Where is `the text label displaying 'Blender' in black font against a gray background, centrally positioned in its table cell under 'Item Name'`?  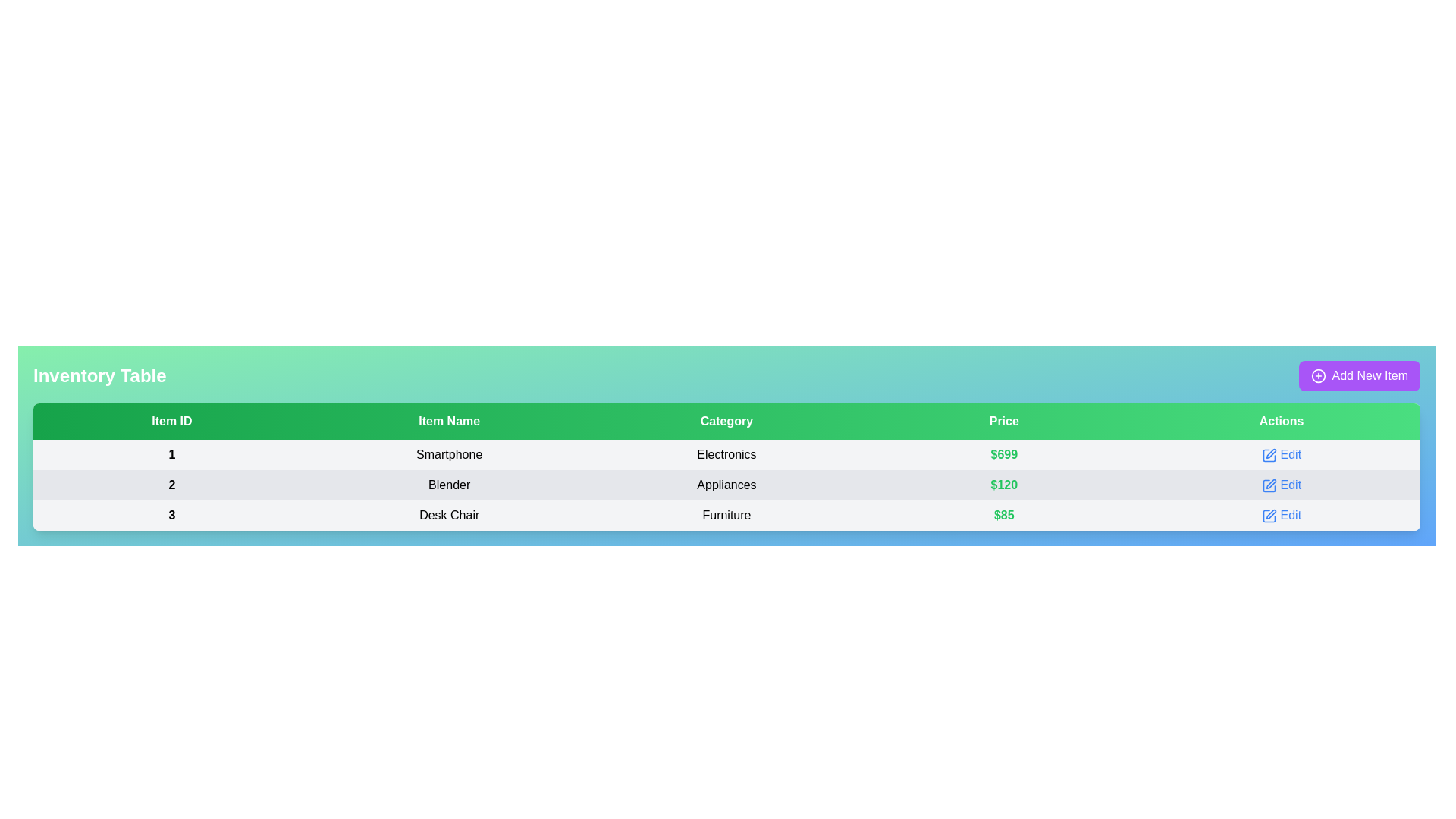
the text label displaying 'Blender' in black font against a gray background, centrally positioned in its table cell under 'Item Name' is located at coordinates (448, 485).